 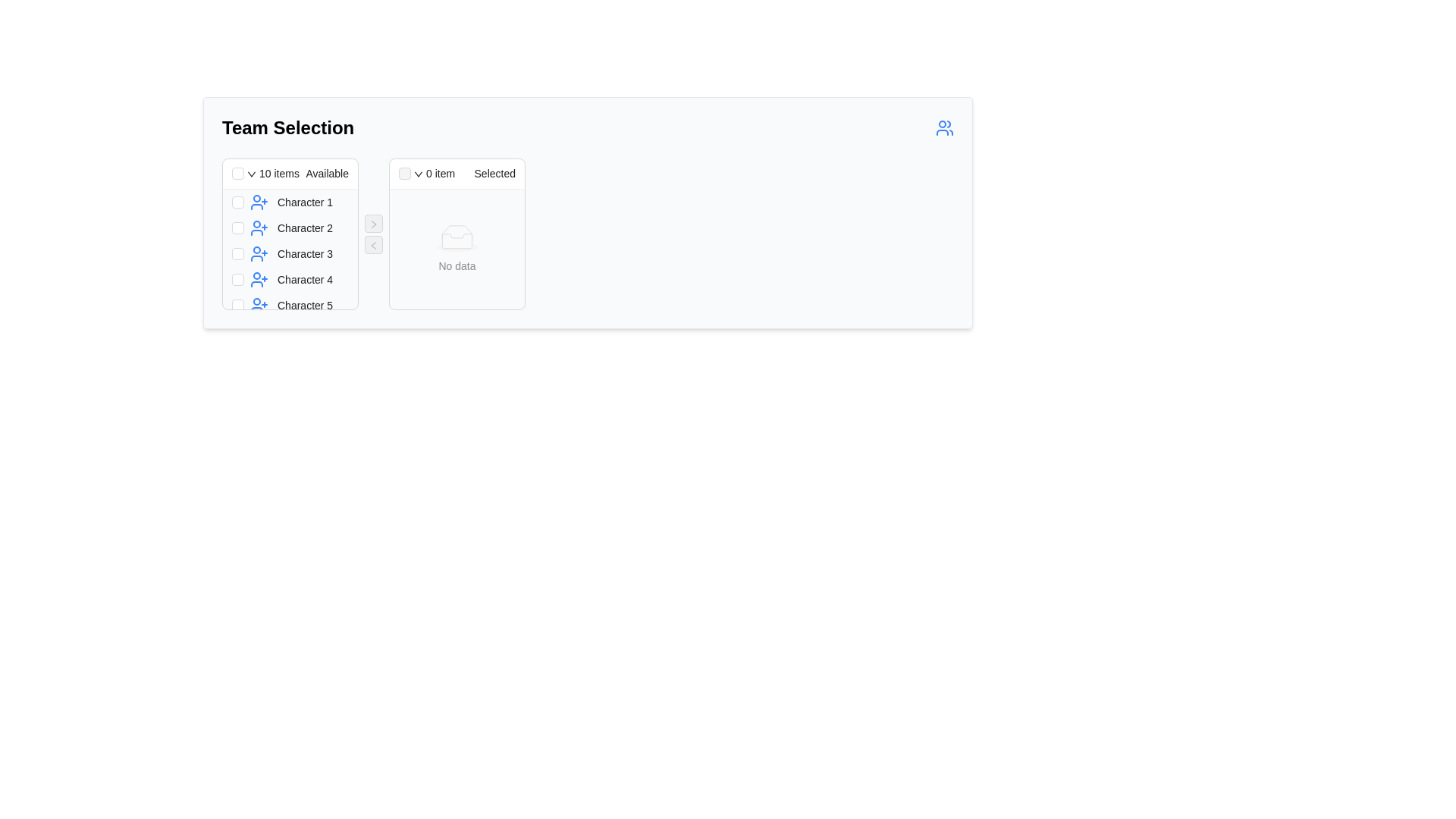 What do you see at coordinates (279, 172) in the screenshot?
I see `the text label displaying '10 items', which is located in the left panel of the interface, positioned between a checkbox and a dropdown icon, and to the left of the text 'Available'` at bounding box center [279, 172].